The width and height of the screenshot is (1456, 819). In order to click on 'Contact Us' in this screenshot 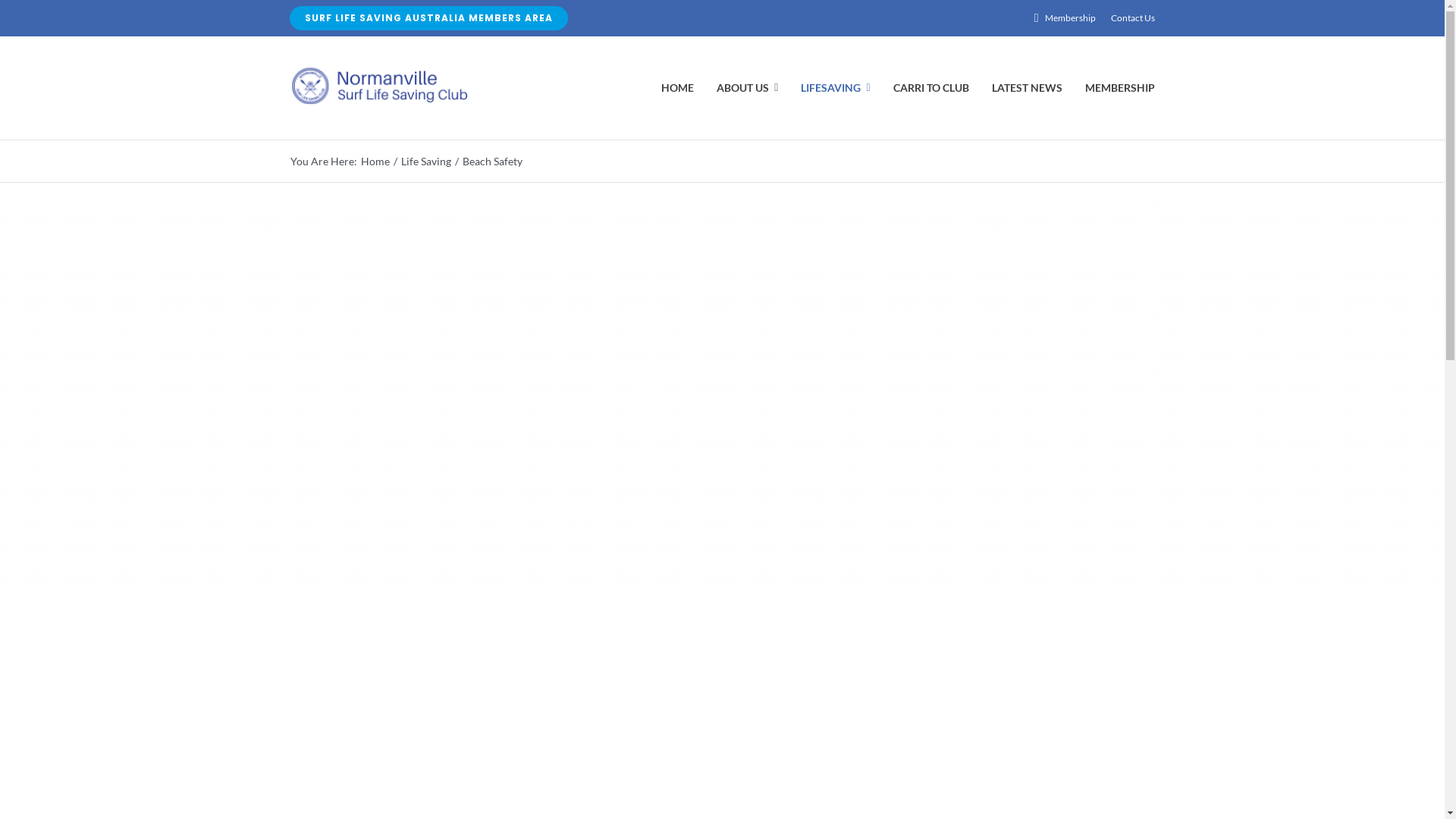, I will do `click(1132, 17)`.